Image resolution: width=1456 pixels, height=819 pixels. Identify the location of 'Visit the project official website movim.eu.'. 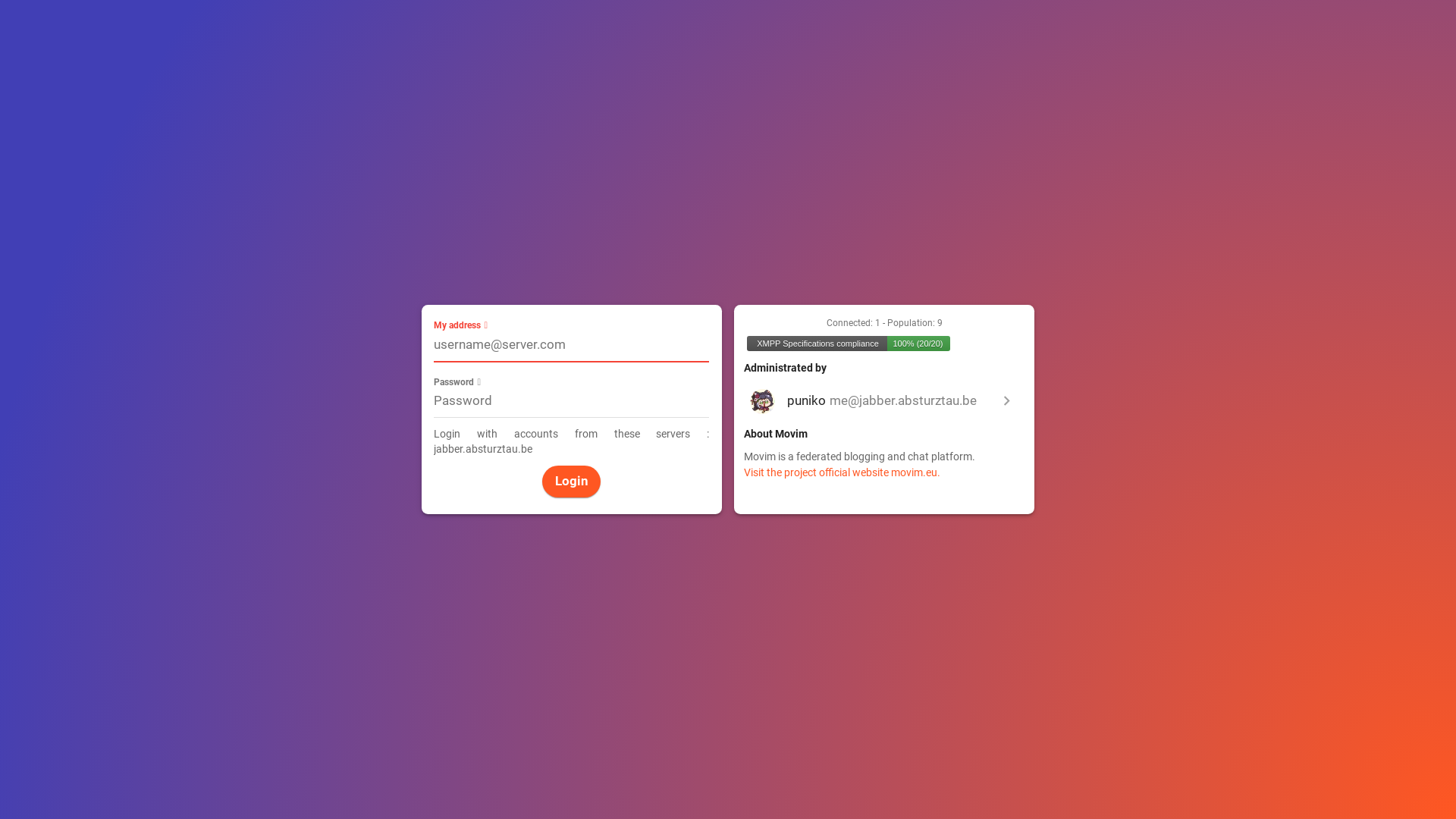
(841, 472).